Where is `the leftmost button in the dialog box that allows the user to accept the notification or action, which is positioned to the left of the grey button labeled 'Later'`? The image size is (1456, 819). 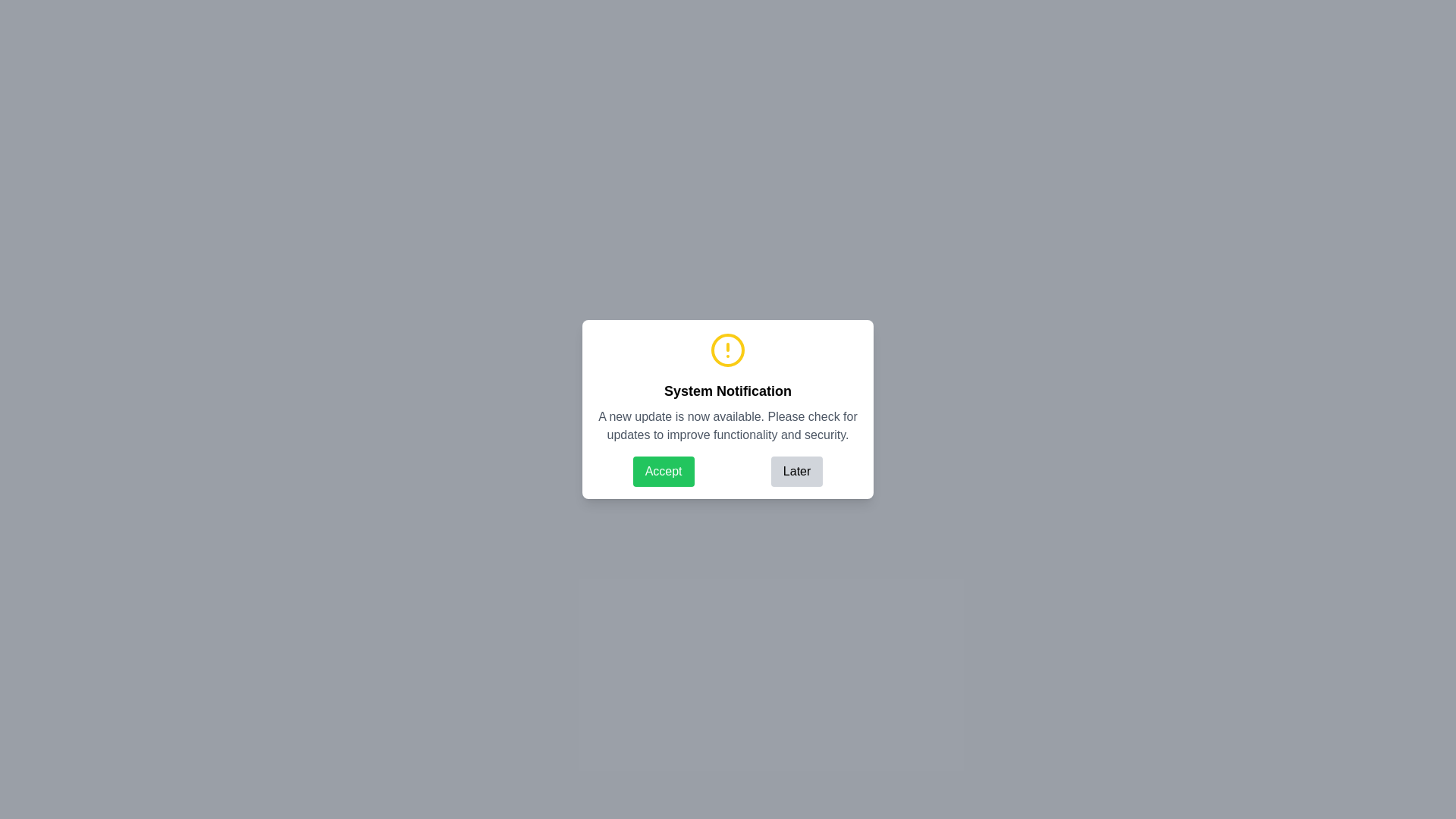 the leftmost button in the dialog box that allows the user to accept the notification or action, which is positioned to the left of the grey button labeled 'Later' is located at coordinates (664, 470).